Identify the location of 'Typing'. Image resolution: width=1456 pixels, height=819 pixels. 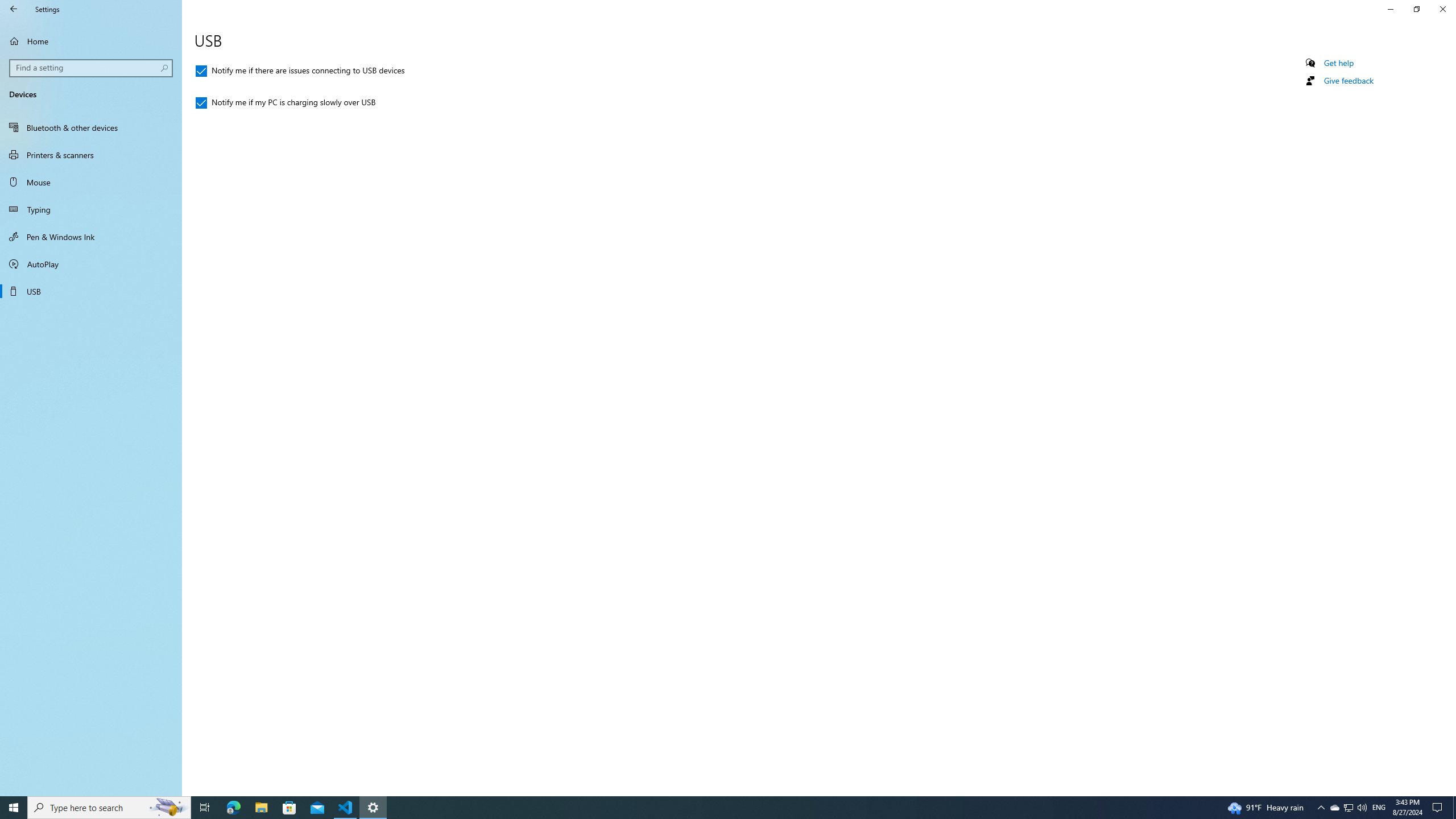
(90, 209).